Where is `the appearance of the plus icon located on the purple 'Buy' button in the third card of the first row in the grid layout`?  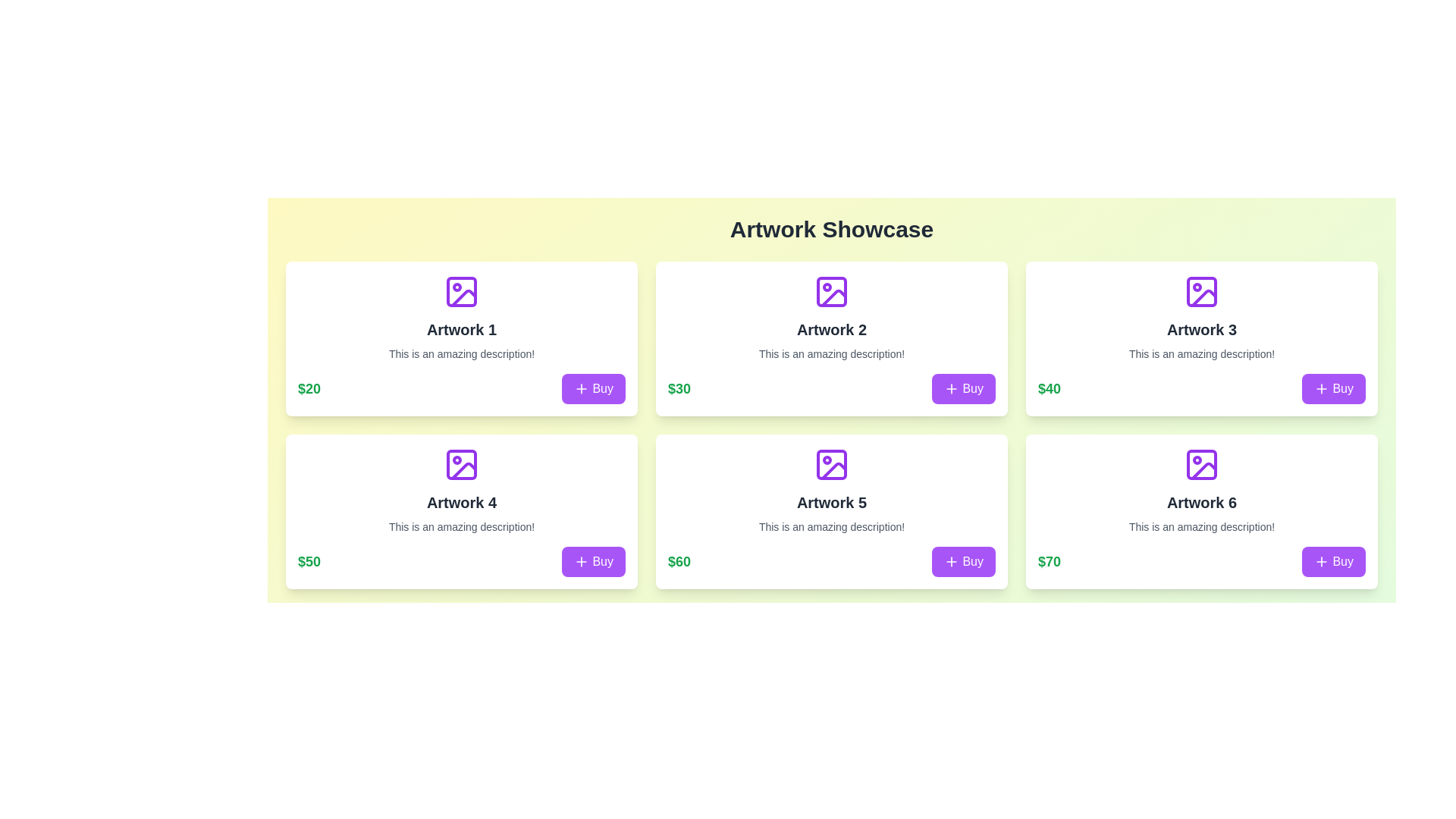 the appearance of the plus icon located on the purple 'Buy' button in the third card of the first row in the grid layout is located at coordinates (1321, 388).